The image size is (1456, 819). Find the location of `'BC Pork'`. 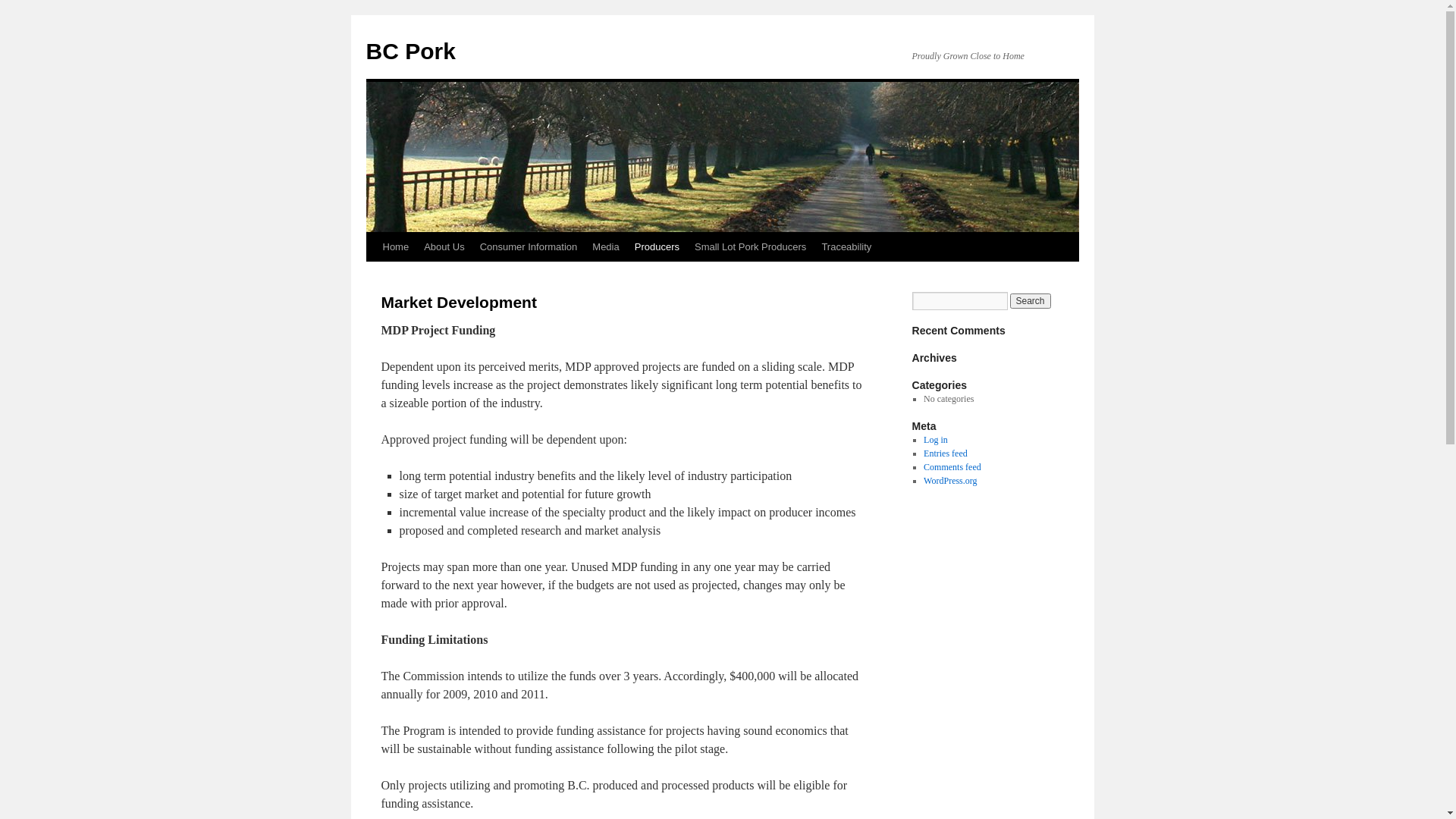

'BC Pork' is located at coordinates (410, 50).